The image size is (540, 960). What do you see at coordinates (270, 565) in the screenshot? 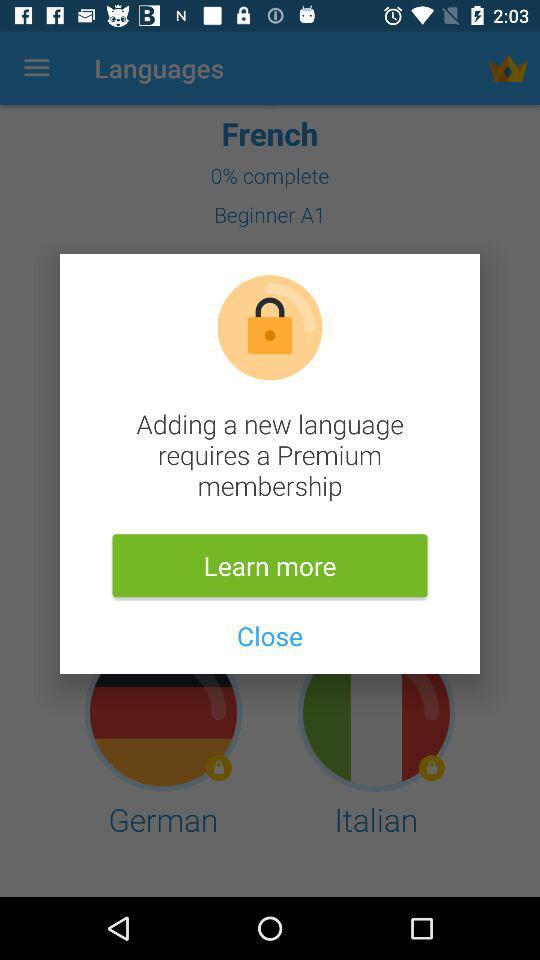
I see `learn more` at bounding box center [270, 565].